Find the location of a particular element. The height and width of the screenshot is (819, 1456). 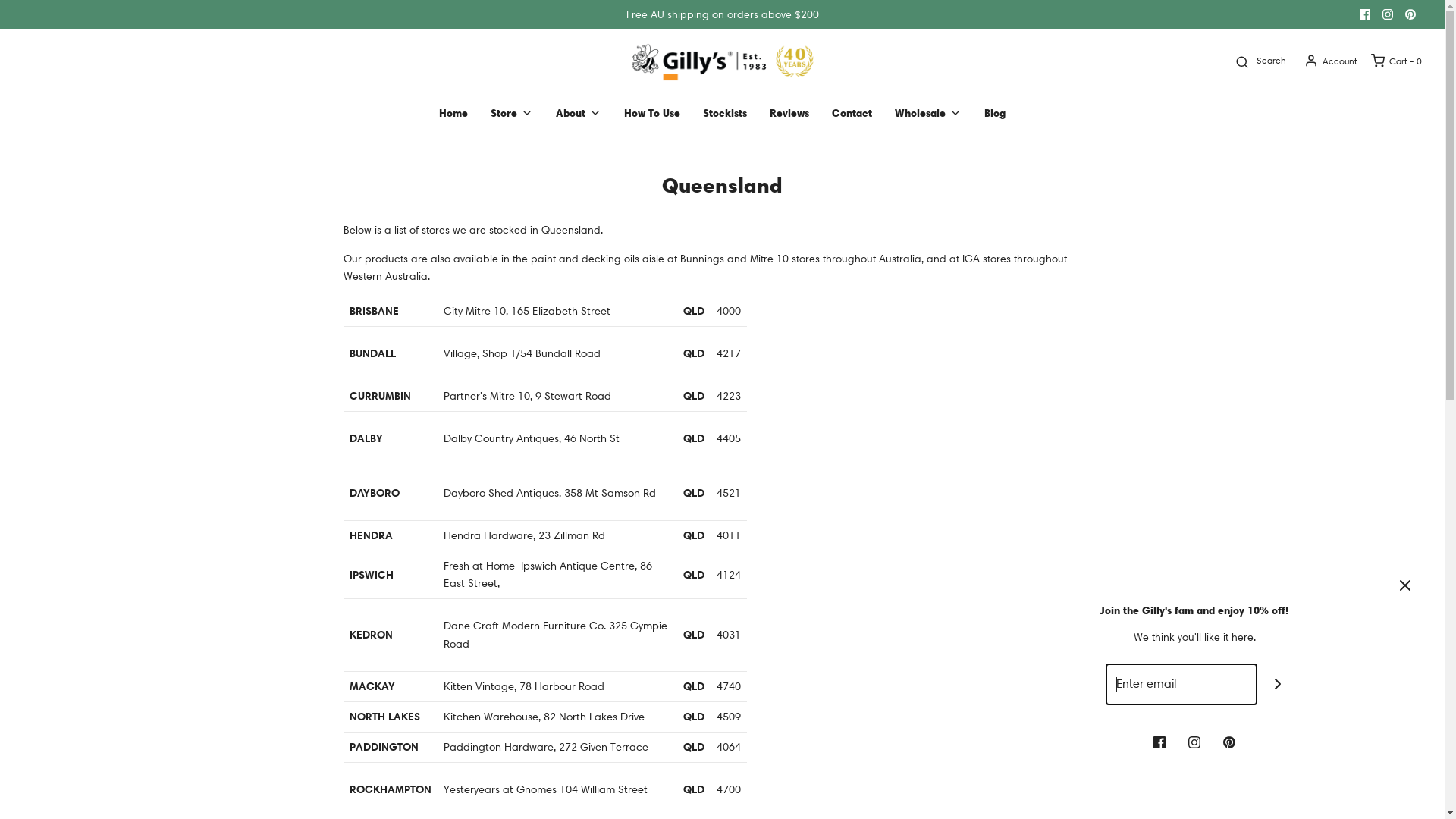

'Wholesale' is located at coordinates (927, 112).